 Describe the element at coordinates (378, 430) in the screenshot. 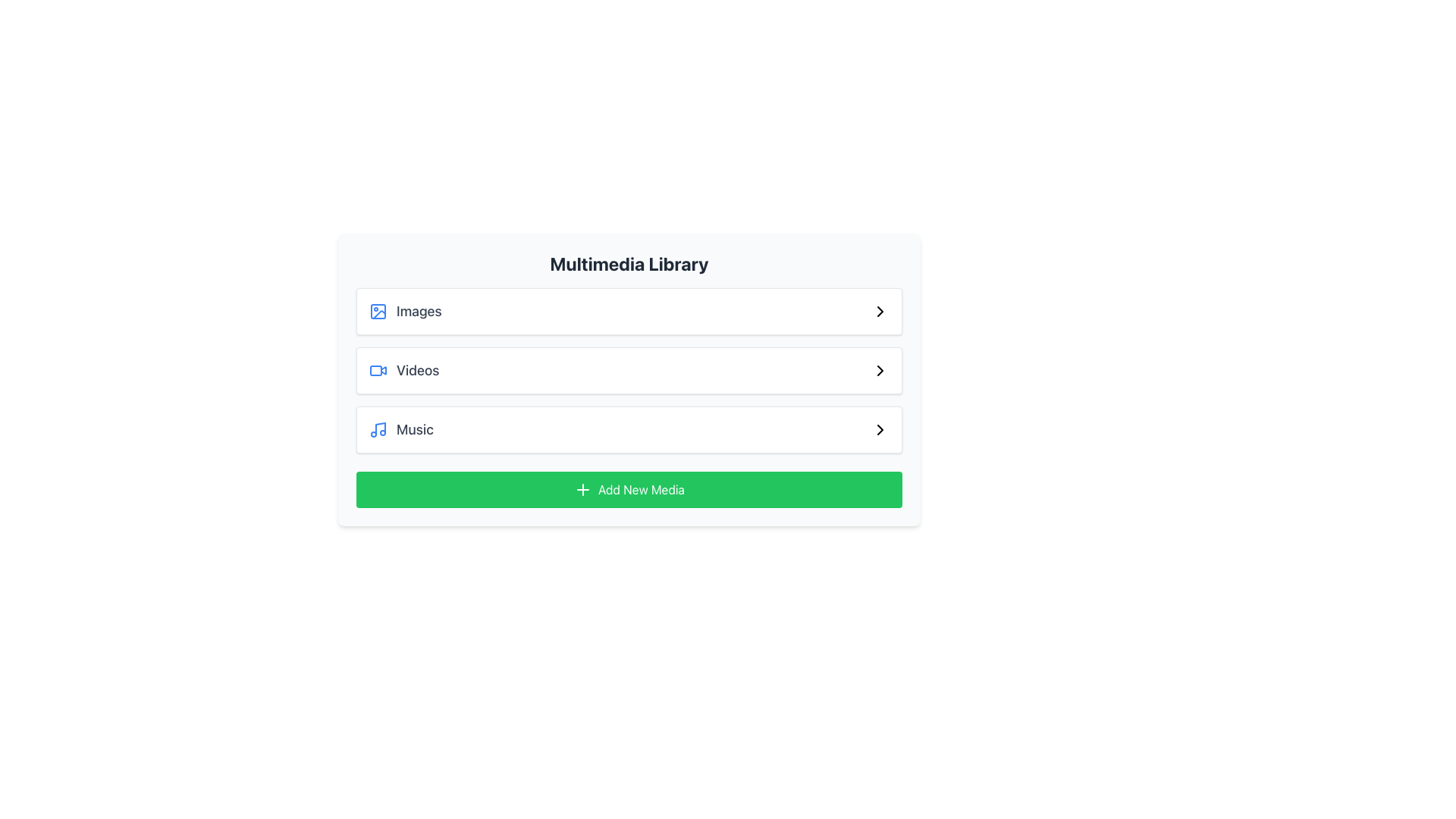

I see `the decorative Music icon in the Multimedia Library interface, located near the left side of the Music label` at that location.